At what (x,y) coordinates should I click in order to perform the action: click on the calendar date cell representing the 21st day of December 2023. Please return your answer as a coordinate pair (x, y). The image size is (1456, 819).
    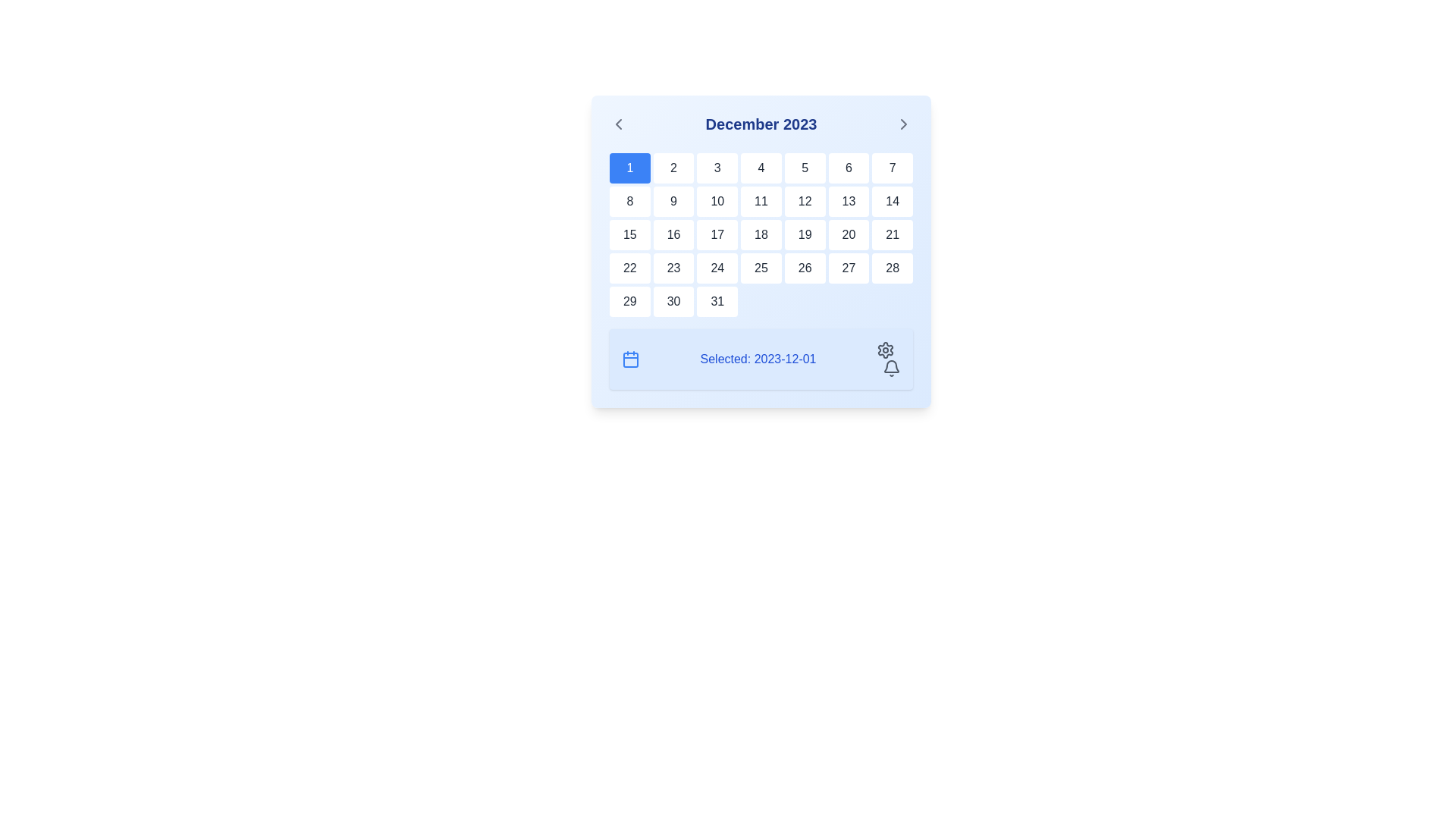
    Looking at the image, I should click on (893, 234).